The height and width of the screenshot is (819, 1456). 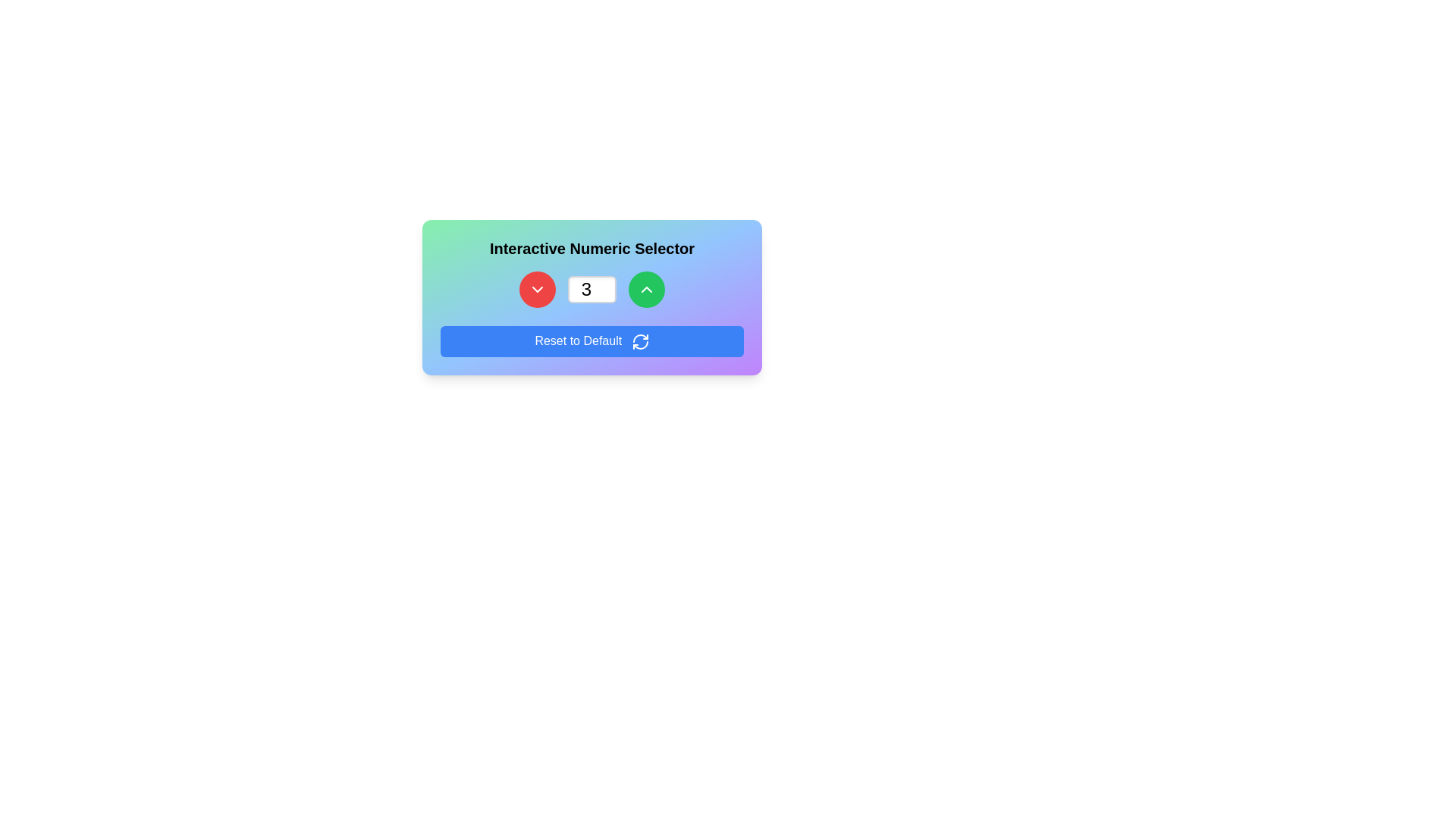 What do you see at coordinates (647, 289) in the screenshot?
I see `the chevron-up icon within the green button located to the right of the numeric input field to prepare for keyboard interaction` at bounding box center [647, 289].